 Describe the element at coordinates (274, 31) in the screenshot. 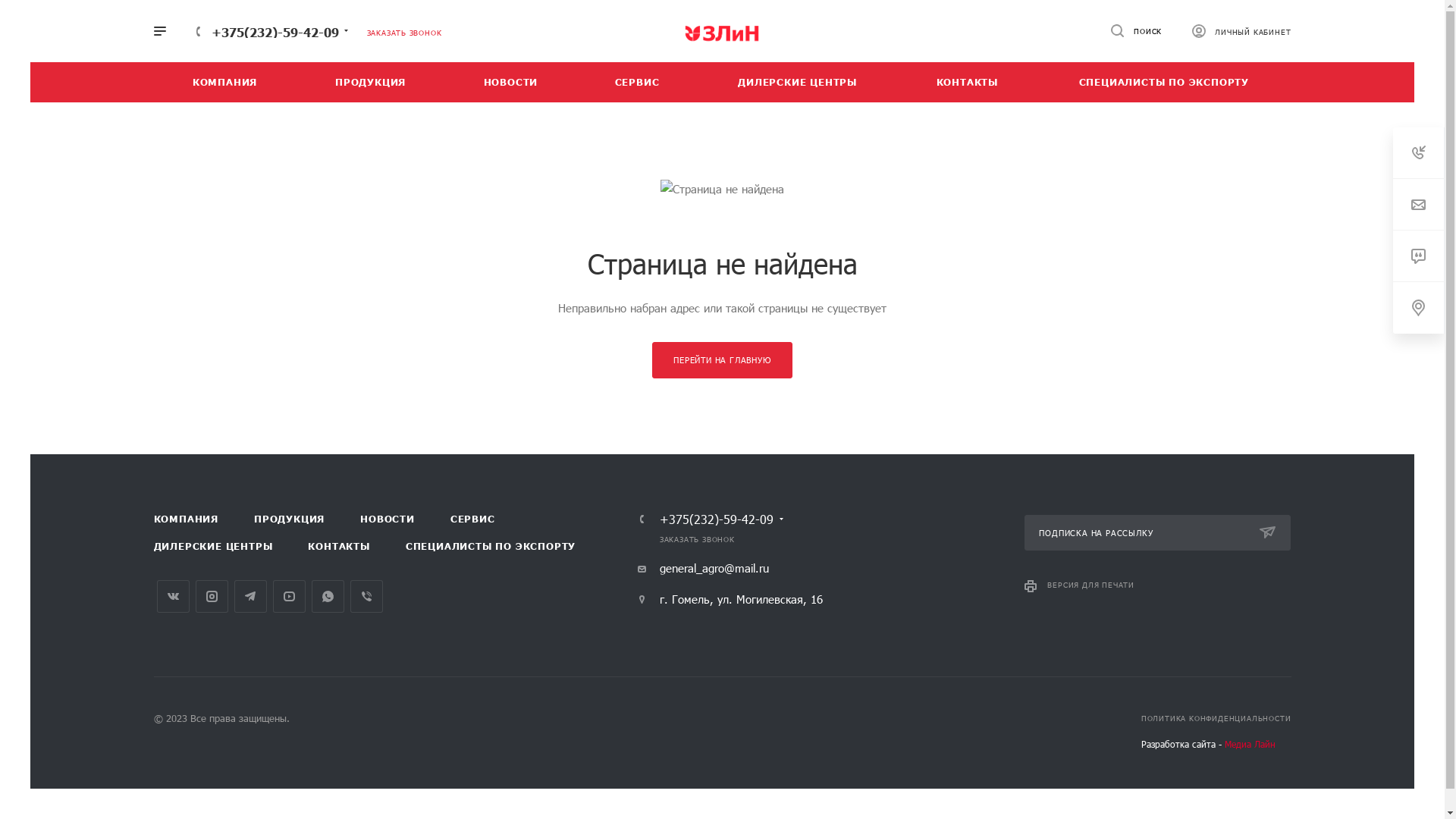

I see `'+375(232)-59-42-09'` at that location.